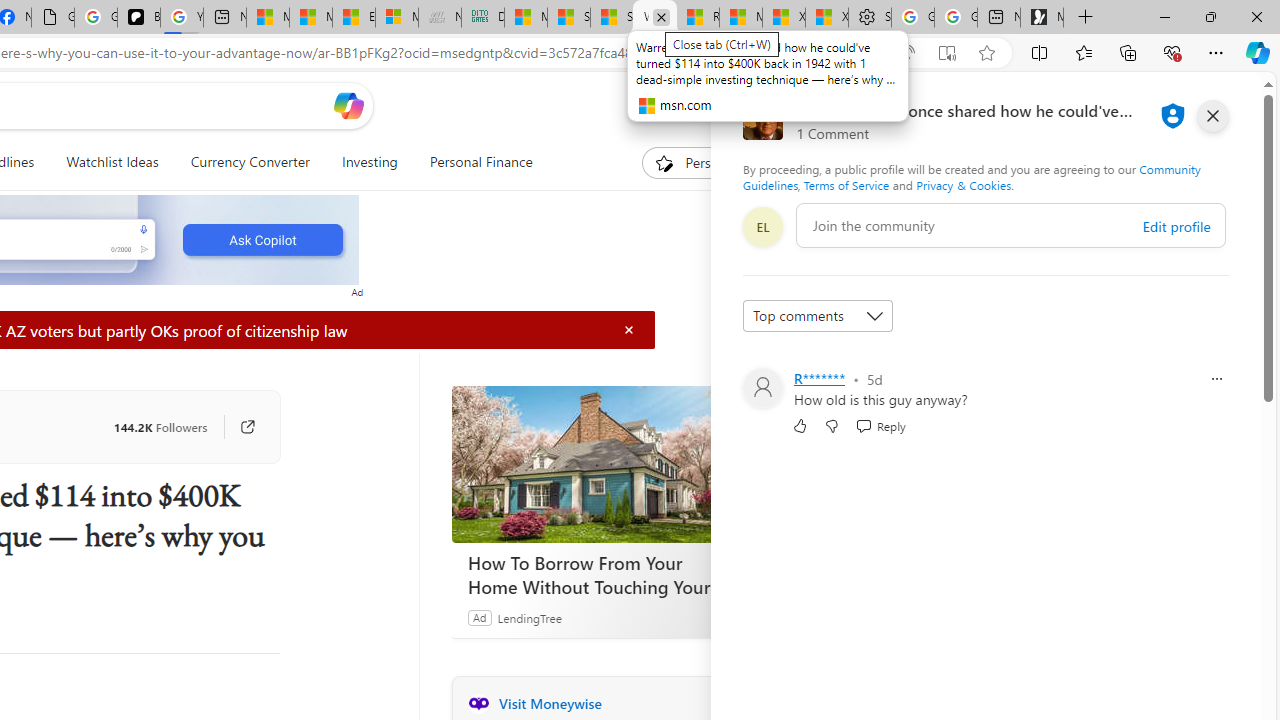 The width and height of the screenshot is (1280, 720). Describe the element at coordinates (249, 162) in the screenshot. I see `'Currency Converter'` at that location.